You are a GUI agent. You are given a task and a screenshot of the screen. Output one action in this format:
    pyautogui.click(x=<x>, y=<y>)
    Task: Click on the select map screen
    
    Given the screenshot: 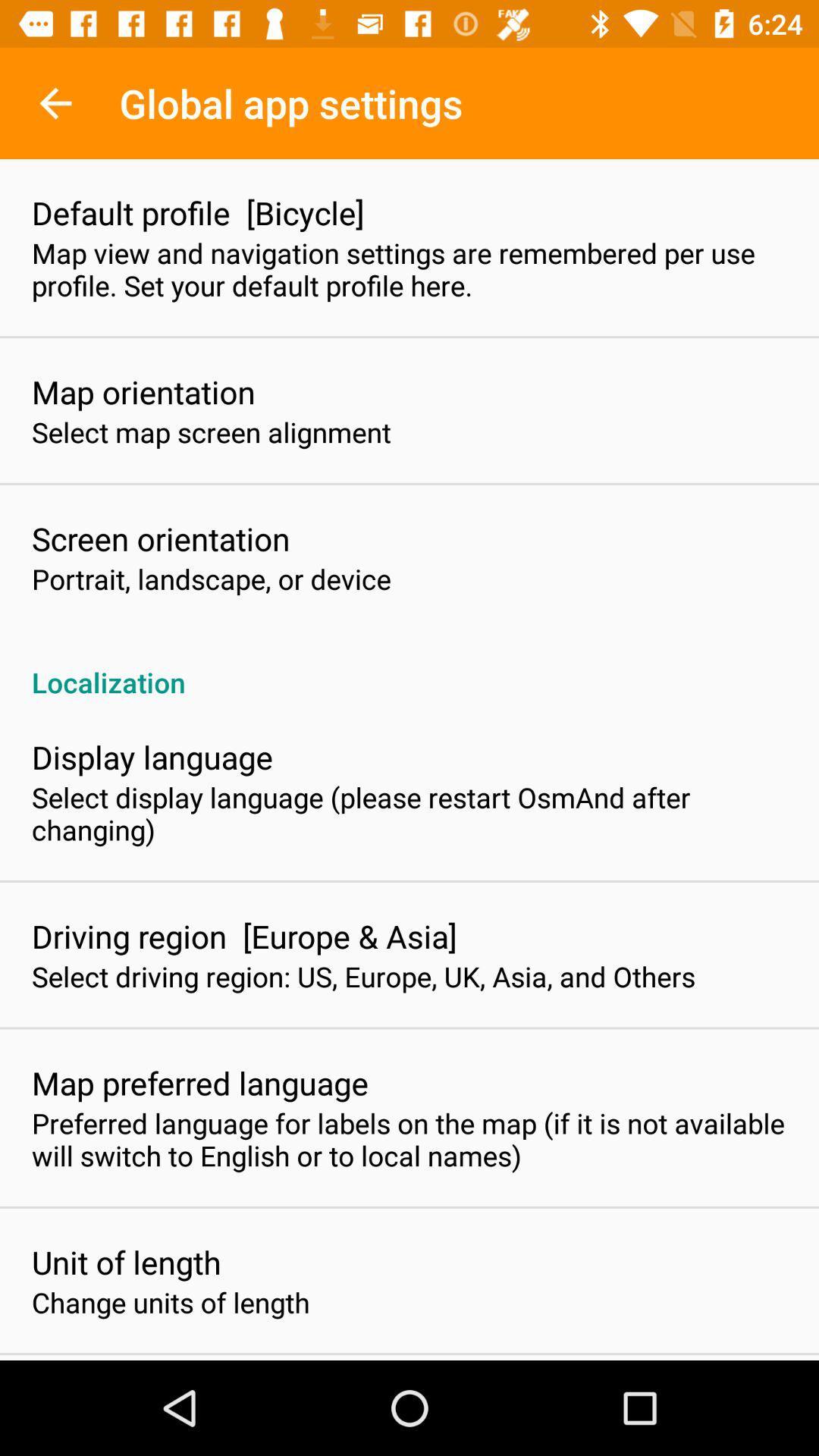 What is the action you would take?
    pyautogui.click(x=211, y=431)
    